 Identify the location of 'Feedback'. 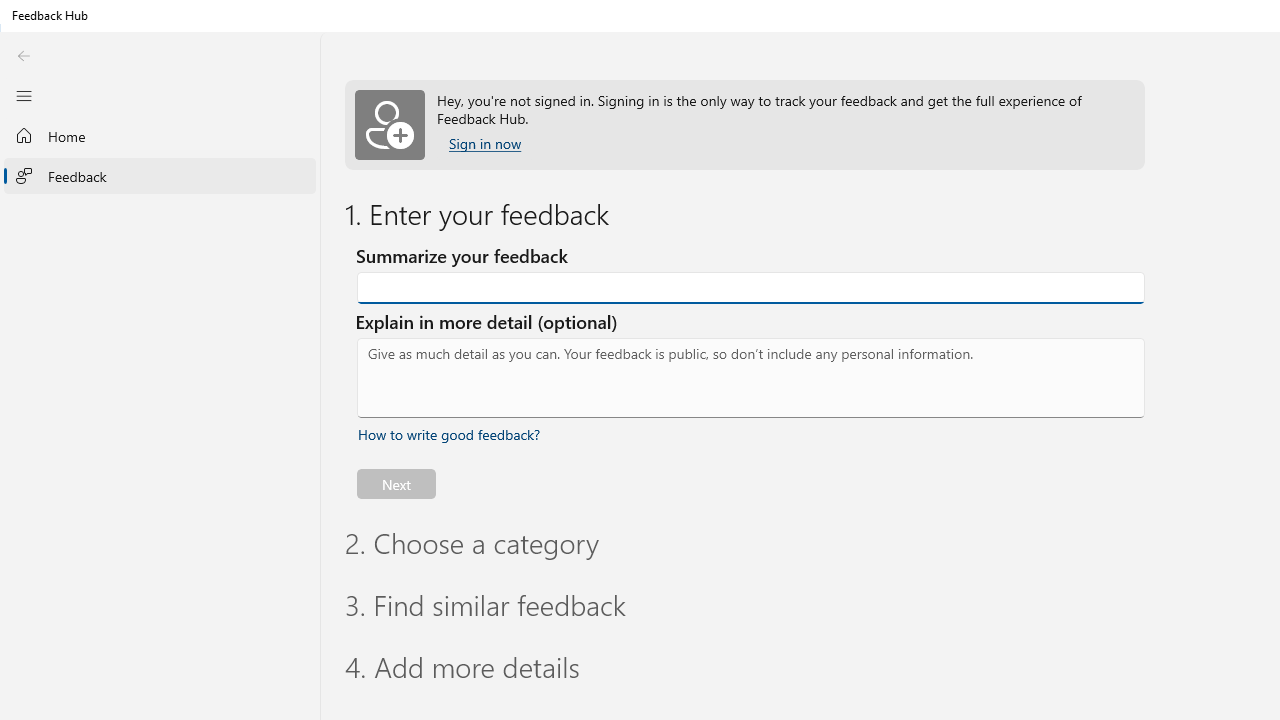
(160, 174).